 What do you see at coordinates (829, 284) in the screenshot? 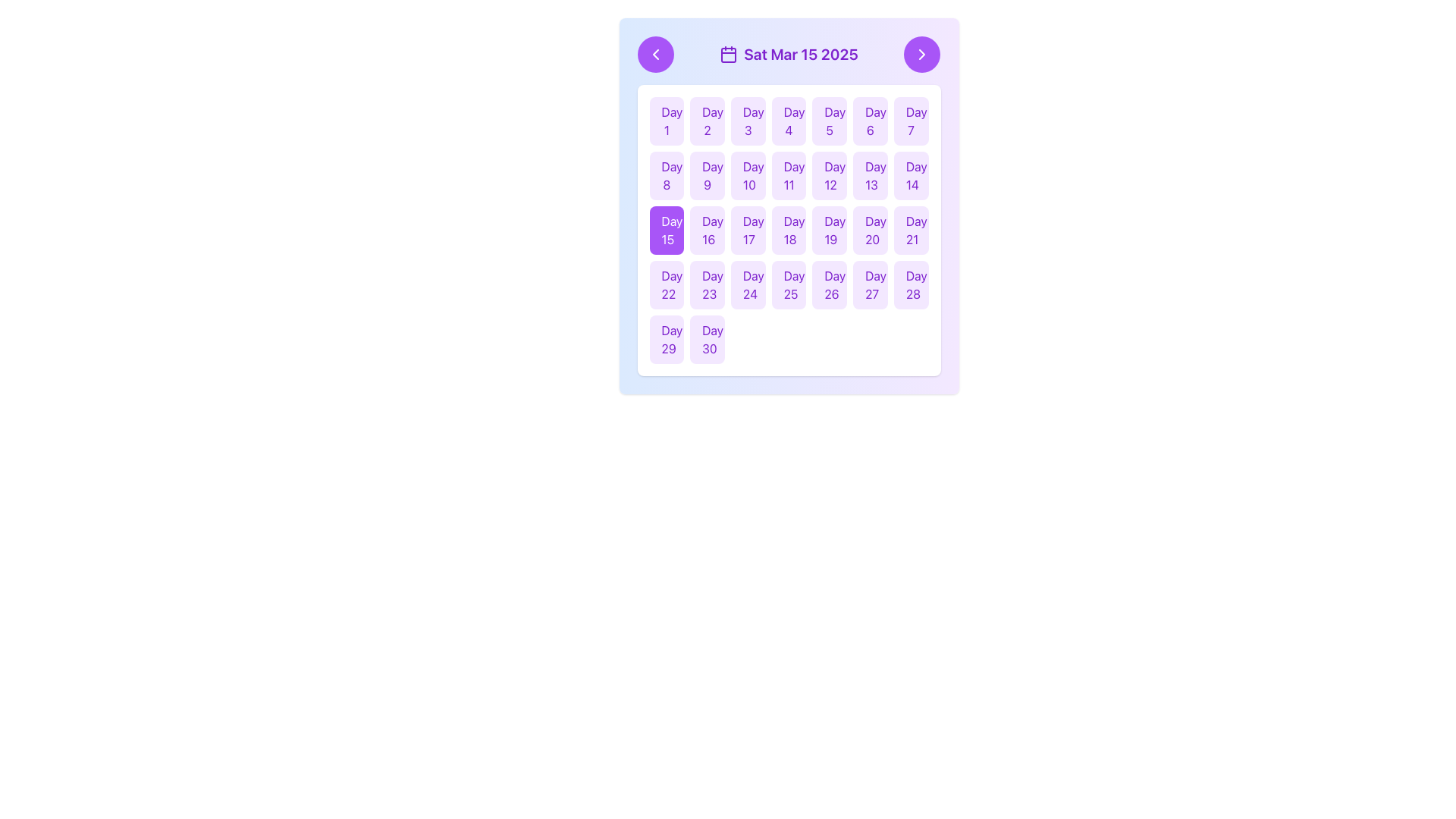
I see `the calendar button representing 'Day 26', which is the 5th button in the 4th row of a calendar grid layout` at bounding box center [829, 284].